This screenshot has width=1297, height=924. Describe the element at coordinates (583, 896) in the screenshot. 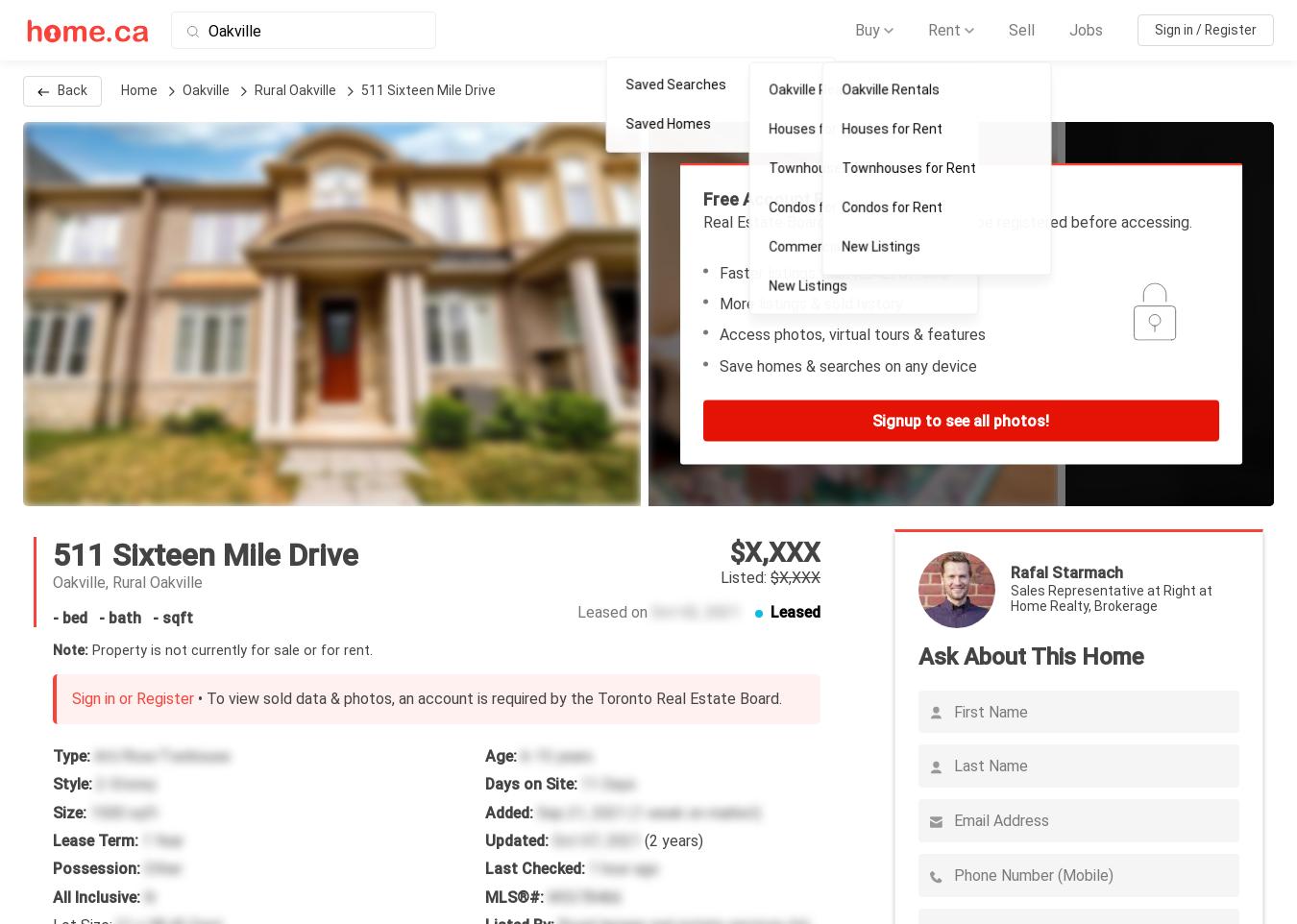

I see `'W5378466'` at that location.